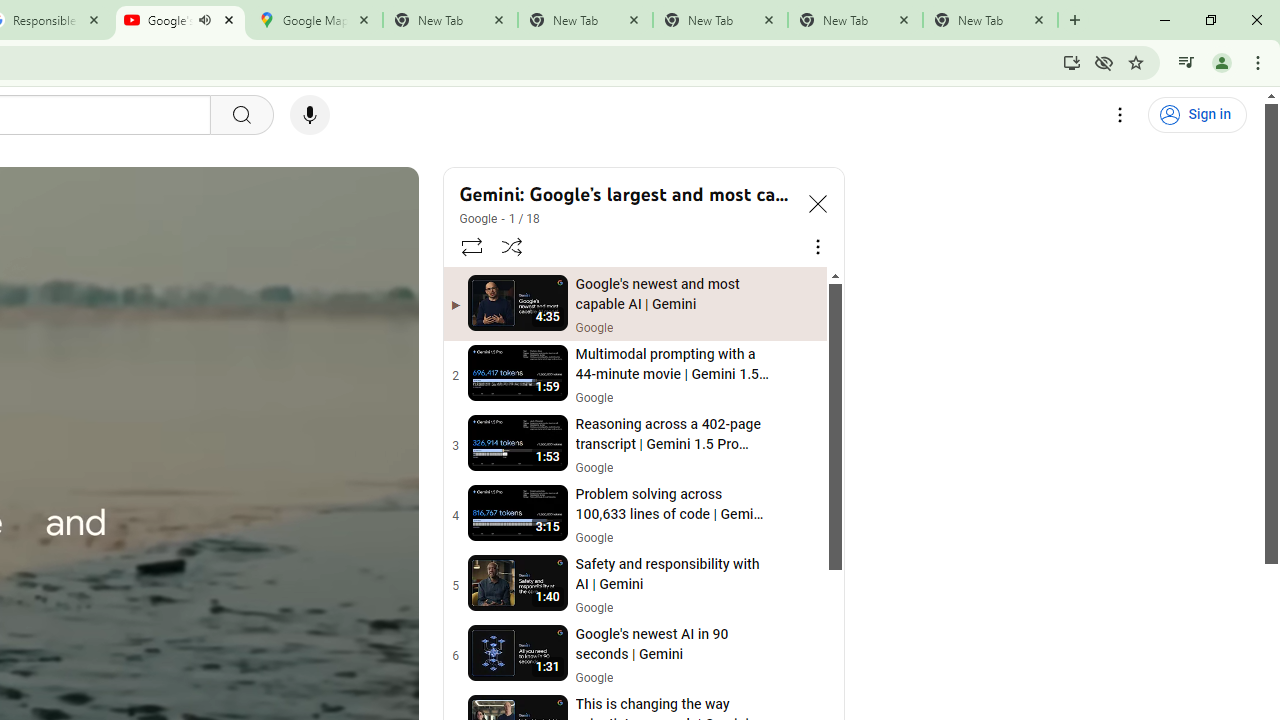  I want to click on 'Loop playlist', so click(470, 245).